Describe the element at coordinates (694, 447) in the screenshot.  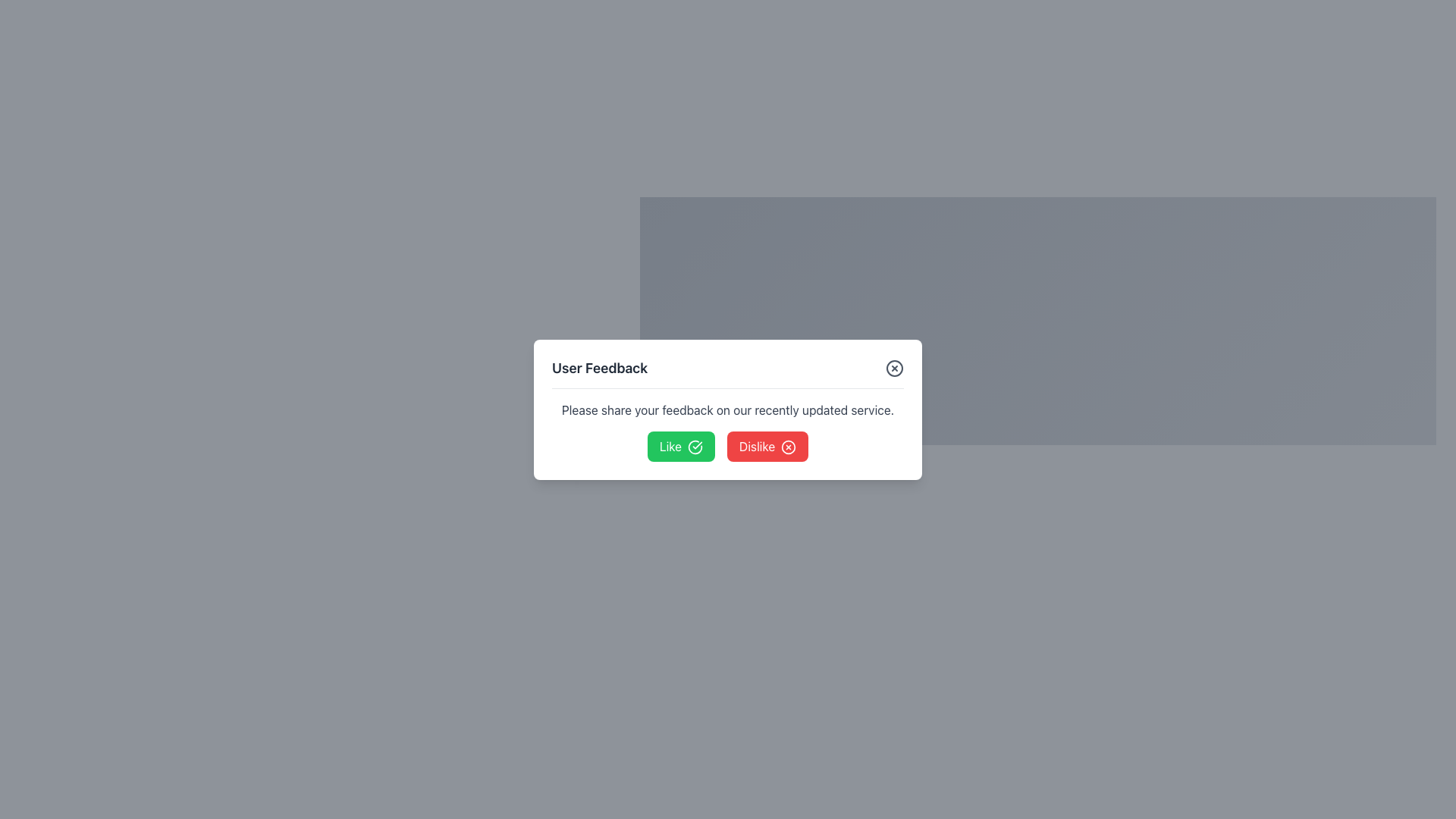
I see `design of the circular icon with a check mark inside, which is styled with a green background and positioned to the right of the 'Like' button in the feedback dialog box` at that location.